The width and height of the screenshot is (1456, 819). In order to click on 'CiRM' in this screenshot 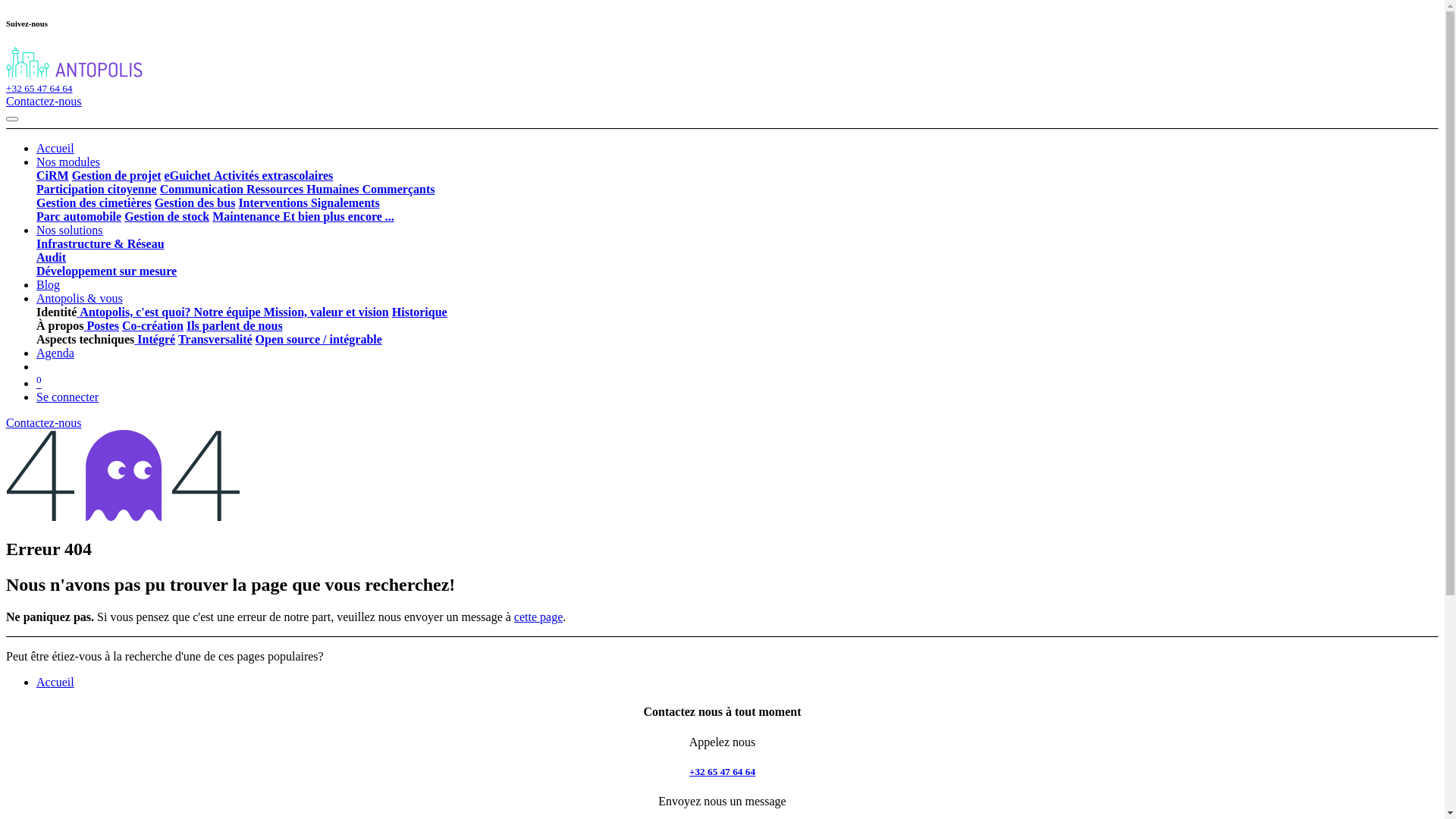, I will do `click(36, 174)`.